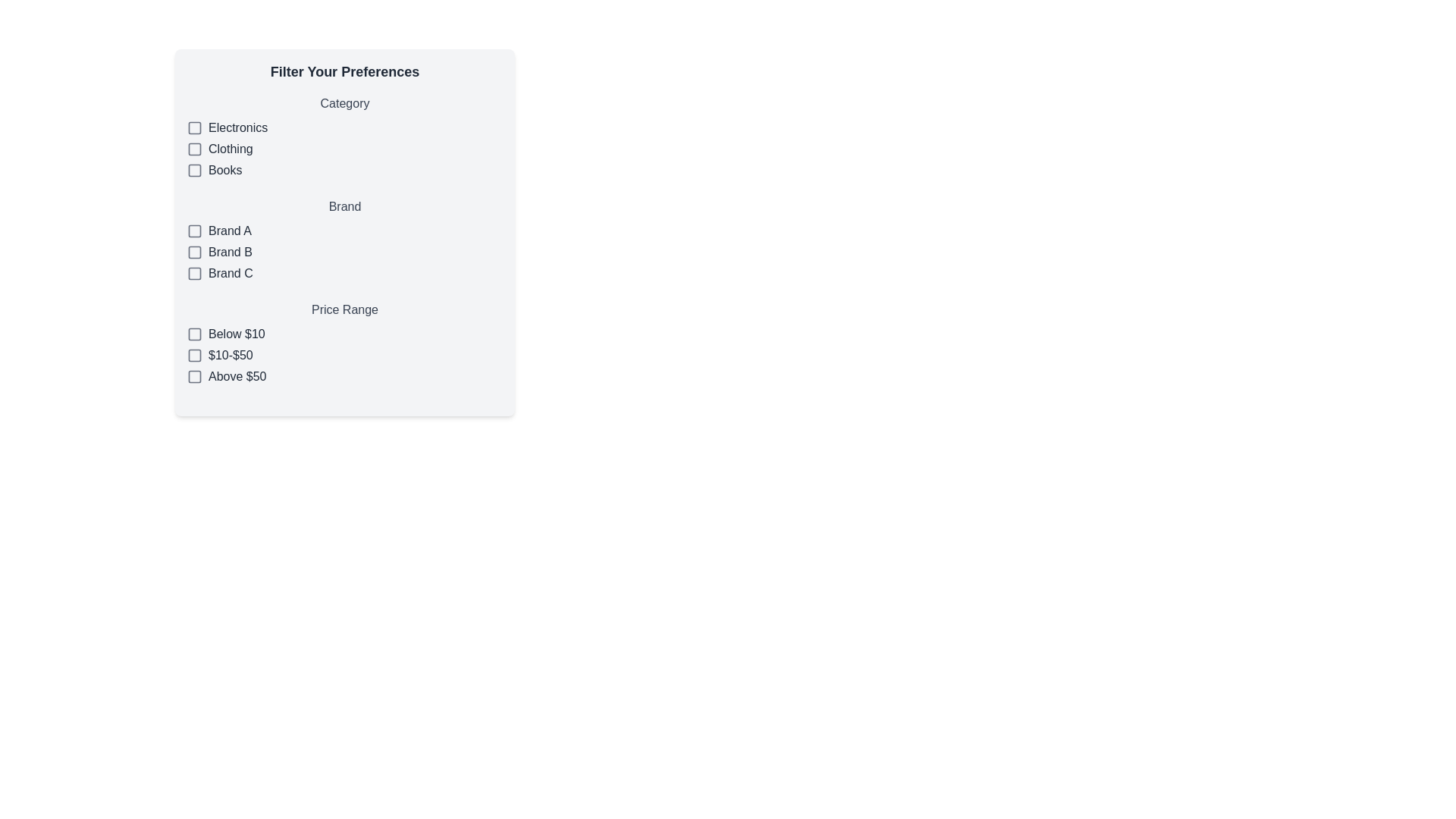 Image resolution: width=1456 pixels, height=819 pixels. What do you see at coordinates (194, 251) in the screenshot?
I see `the checkbox for 'Brand B'` at bounding box center [194, 251].